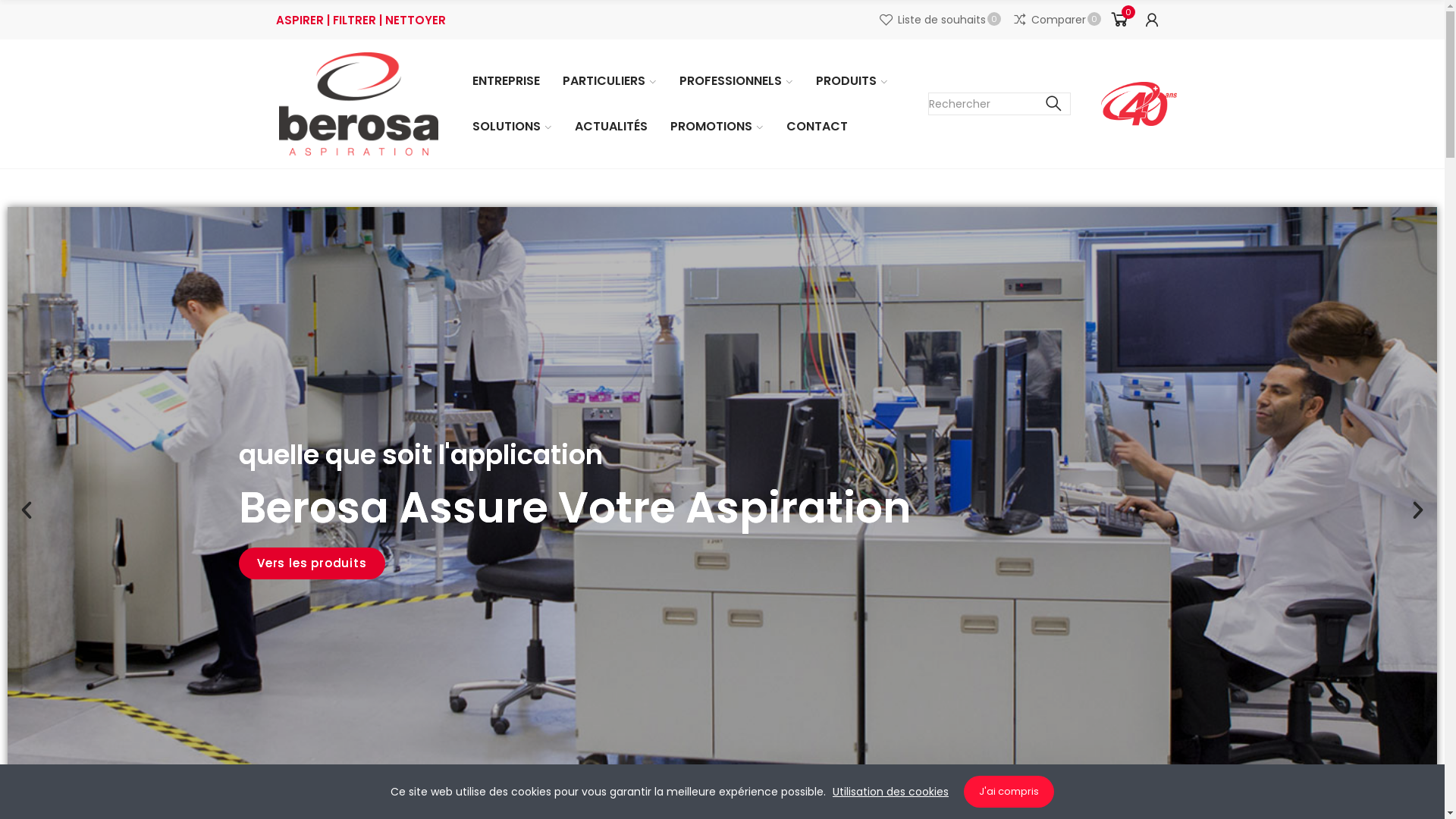 The image size is (1456, 819). Describe the element at coordinates (851, 81) in the screenshot. I see `'PRODUITS'` at that location.